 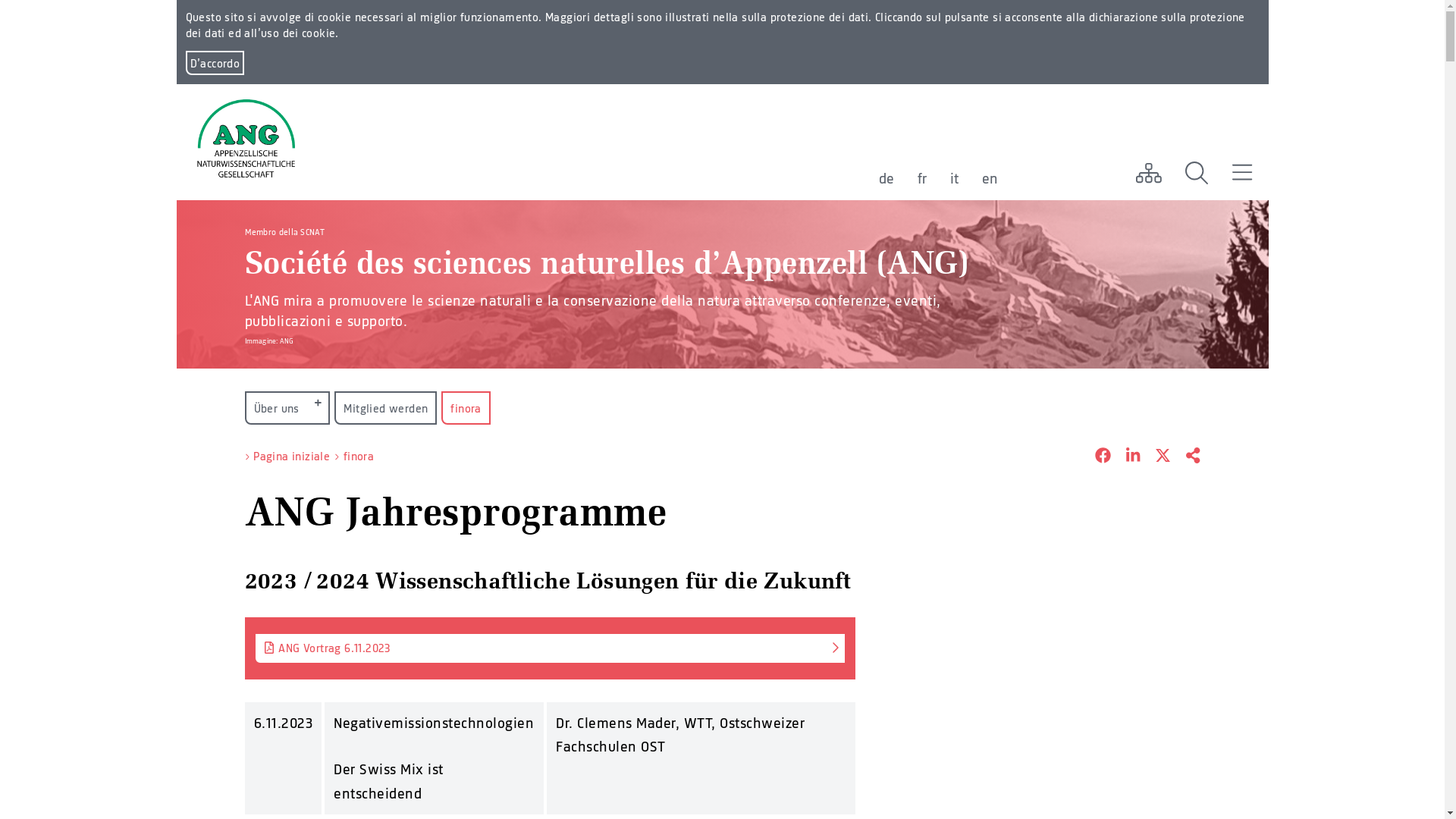 I want to click on 'it', so click(x=952, y=177).